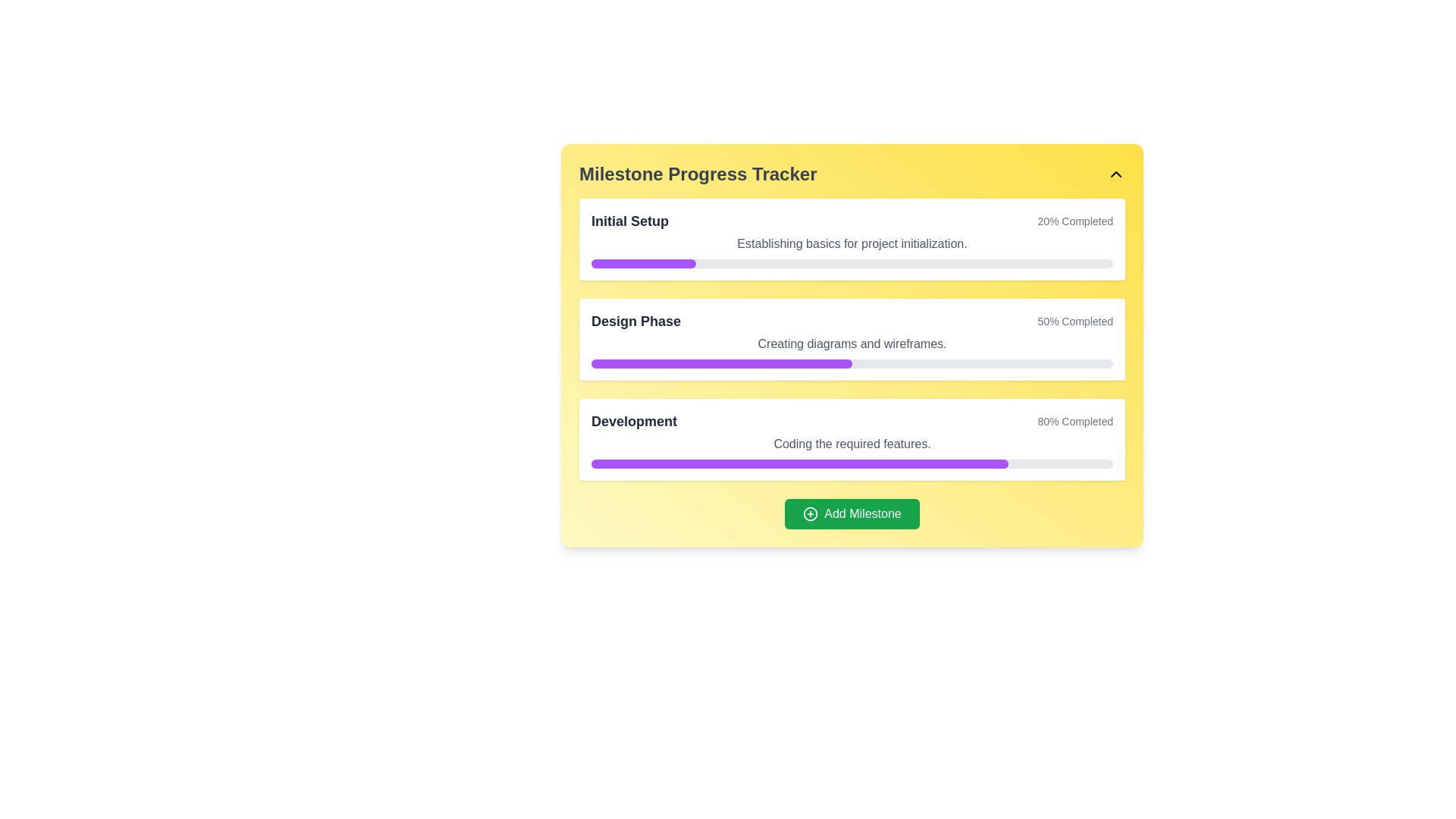  I want to click on the button to add a new milestone, located at the bottom of the yellow progress tracking card, so click(852, 513).